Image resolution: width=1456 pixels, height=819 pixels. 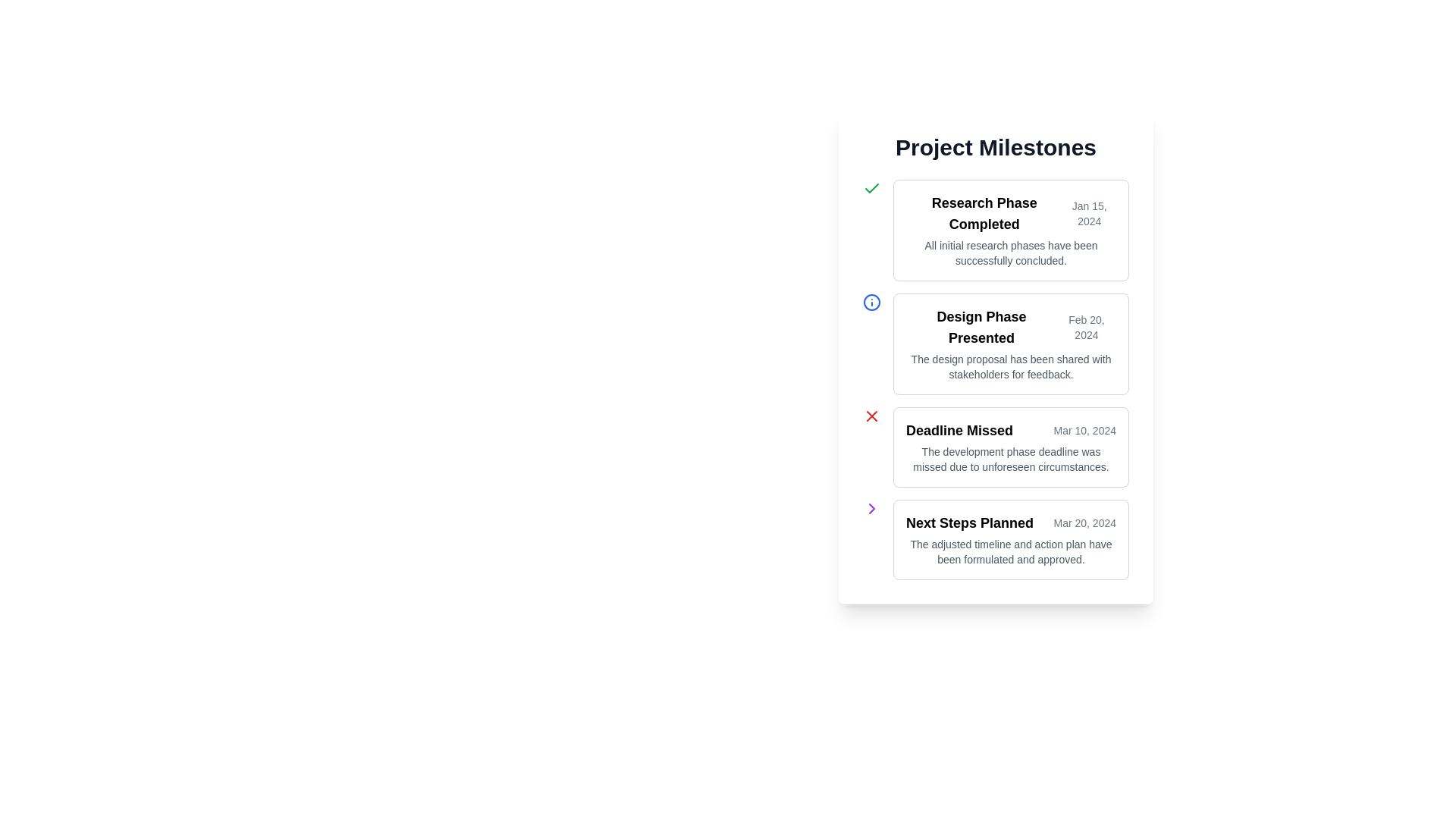 I want to click on the first milestone informational card that summarizes a completed project milestone, which includes its title, completion date, and status description, located in the top section of the list, adjacent to a green checkmark icon, so click(x=1011, y=231).